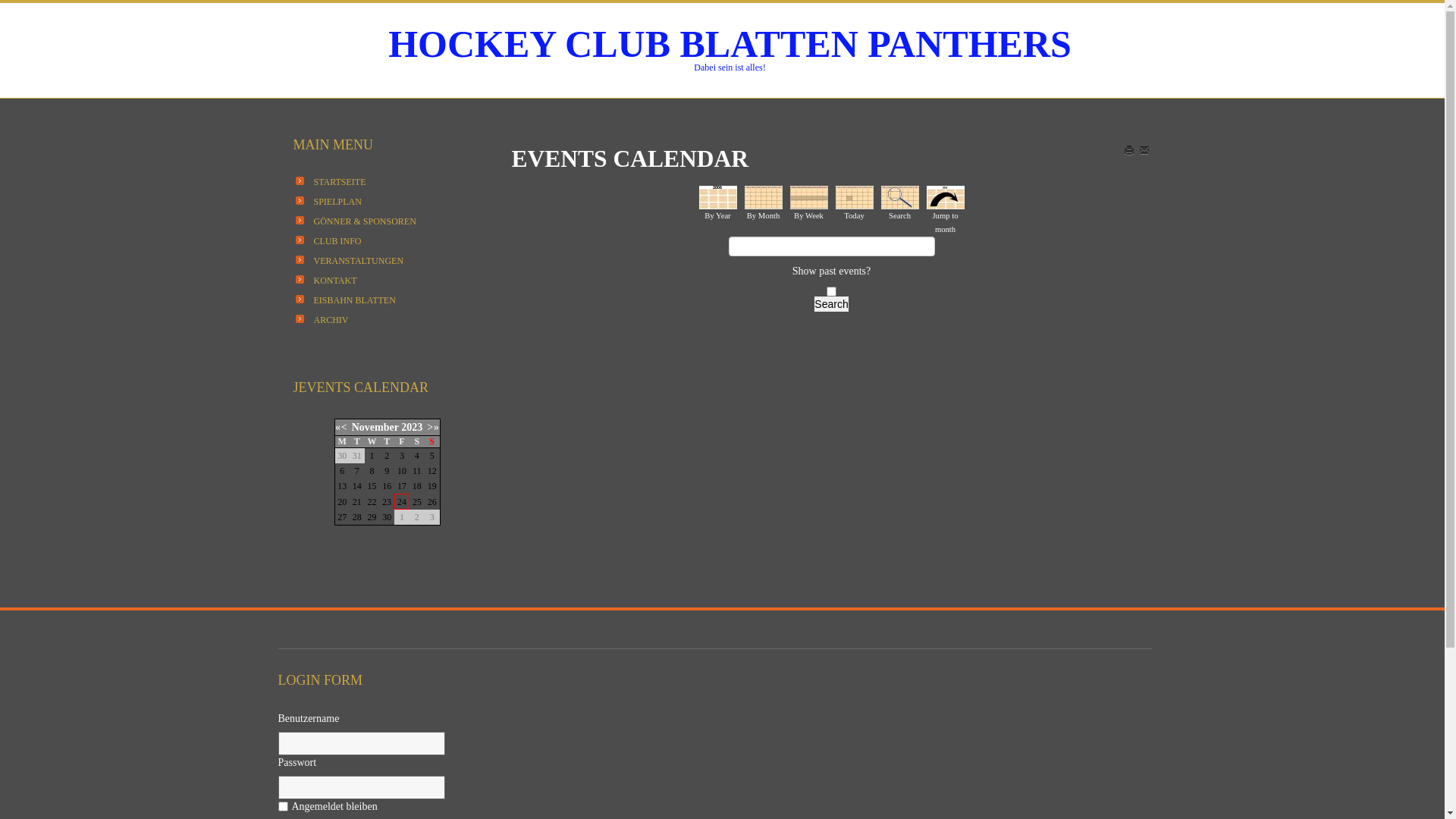  I want to click on 'SPIELPLAN', so click(337, 201).